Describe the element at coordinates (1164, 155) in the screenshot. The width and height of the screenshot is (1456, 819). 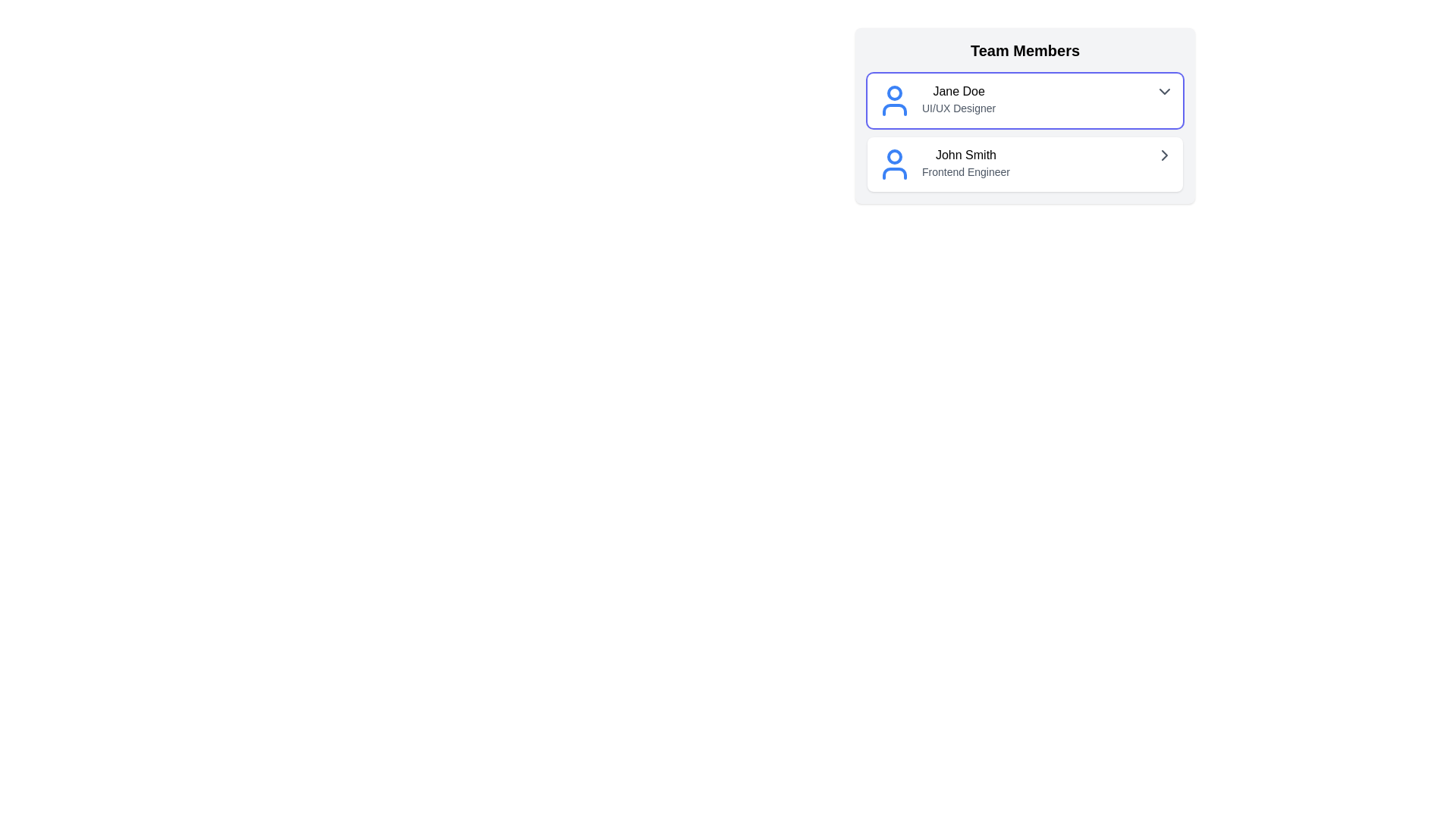
I see `the chevron icon located to the right of 'Frontend Engineer' for 'John Smith' to observe interactive feedback` at that location.